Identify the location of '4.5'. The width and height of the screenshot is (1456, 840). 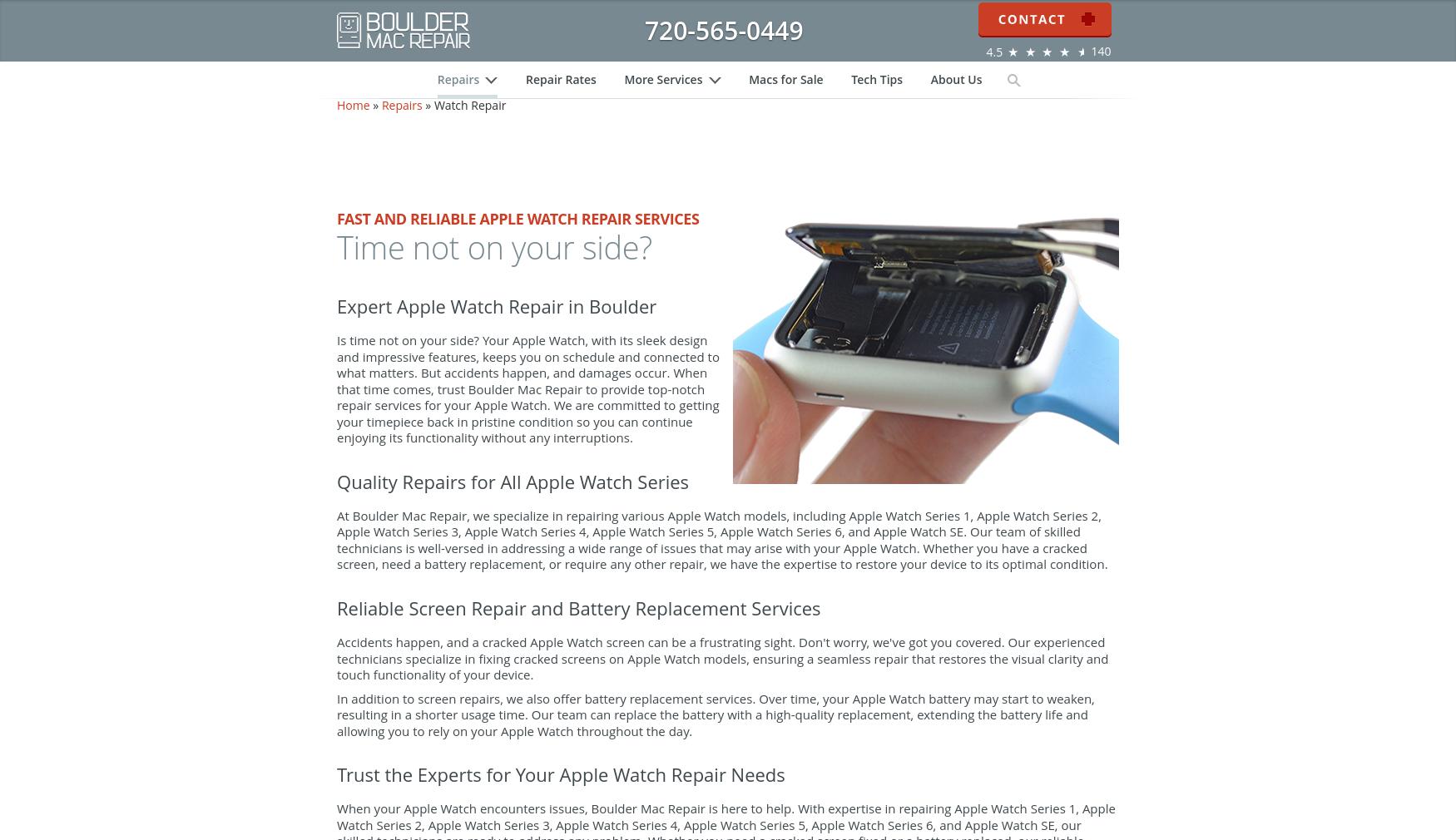
(984, 61).